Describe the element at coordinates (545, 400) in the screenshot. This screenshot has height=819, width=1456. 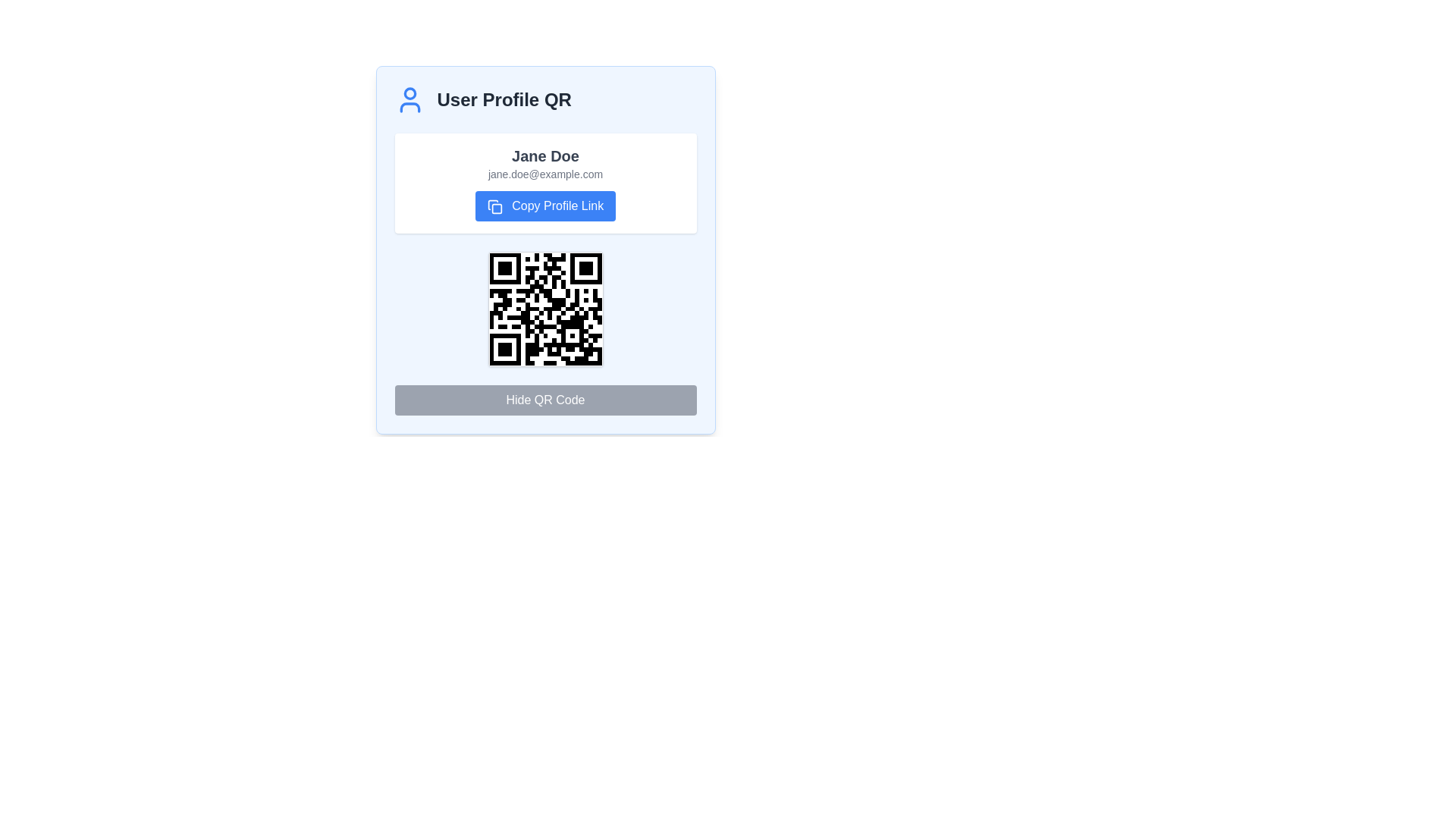
I see `the button at the bottom of the card that toggles the visibility of the displayed QR code` at that location.